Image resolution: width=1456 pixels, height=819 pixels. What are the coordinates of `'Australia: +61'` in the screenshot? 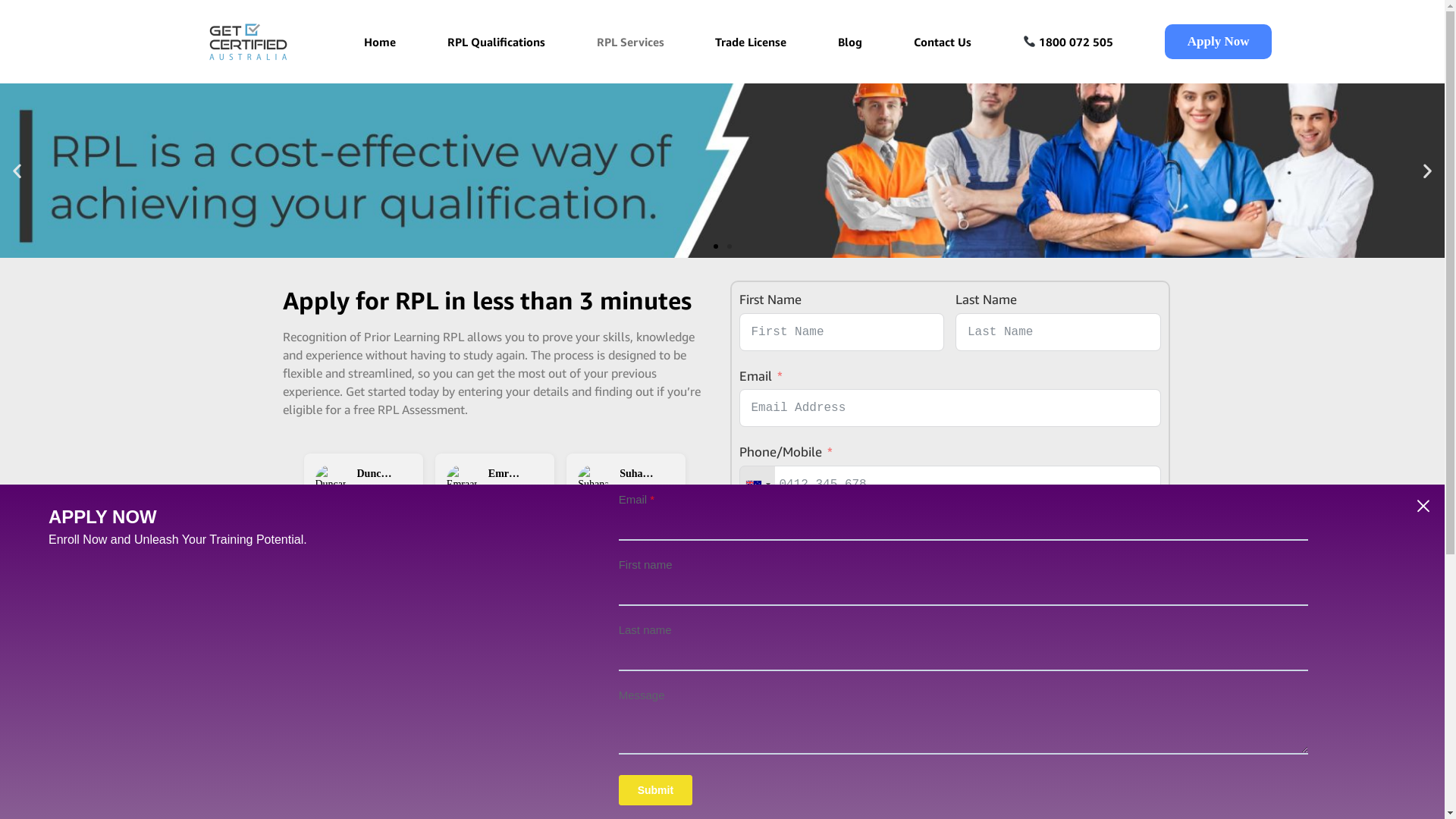 It's located at (757, 485).